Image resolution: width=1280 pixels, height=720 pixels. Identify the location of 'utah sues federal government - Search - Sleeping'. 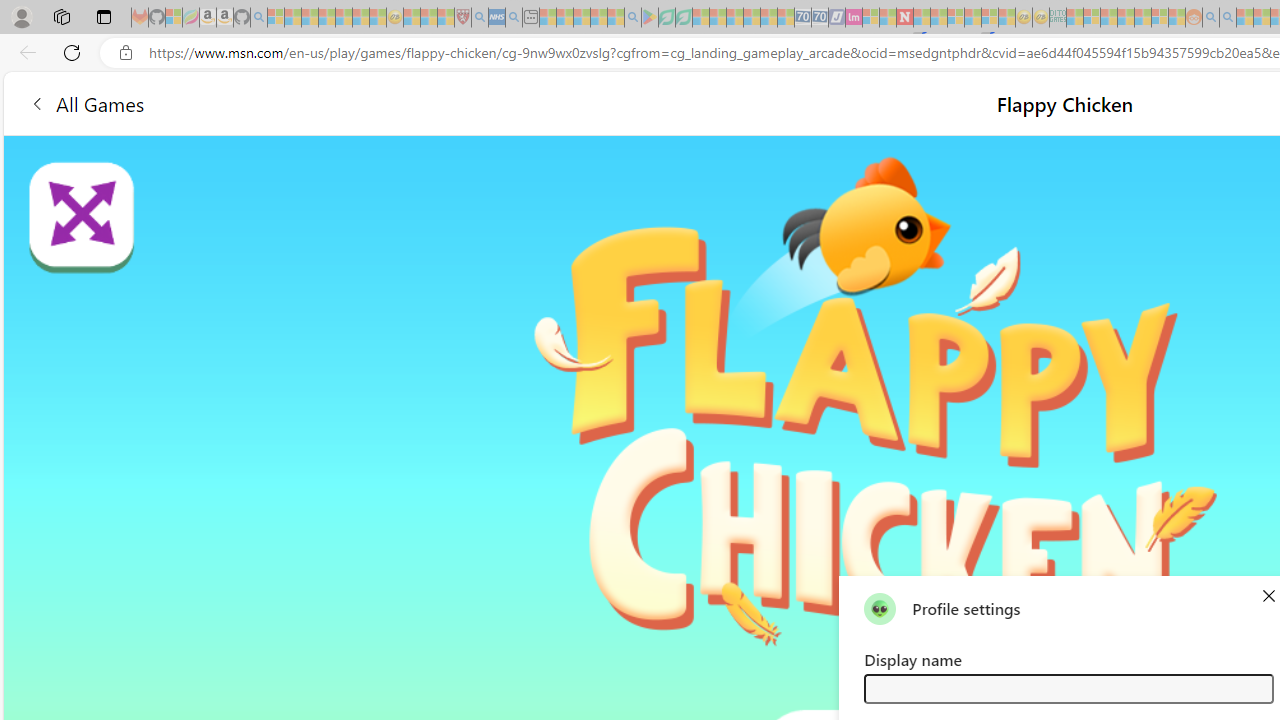
(513, 17).